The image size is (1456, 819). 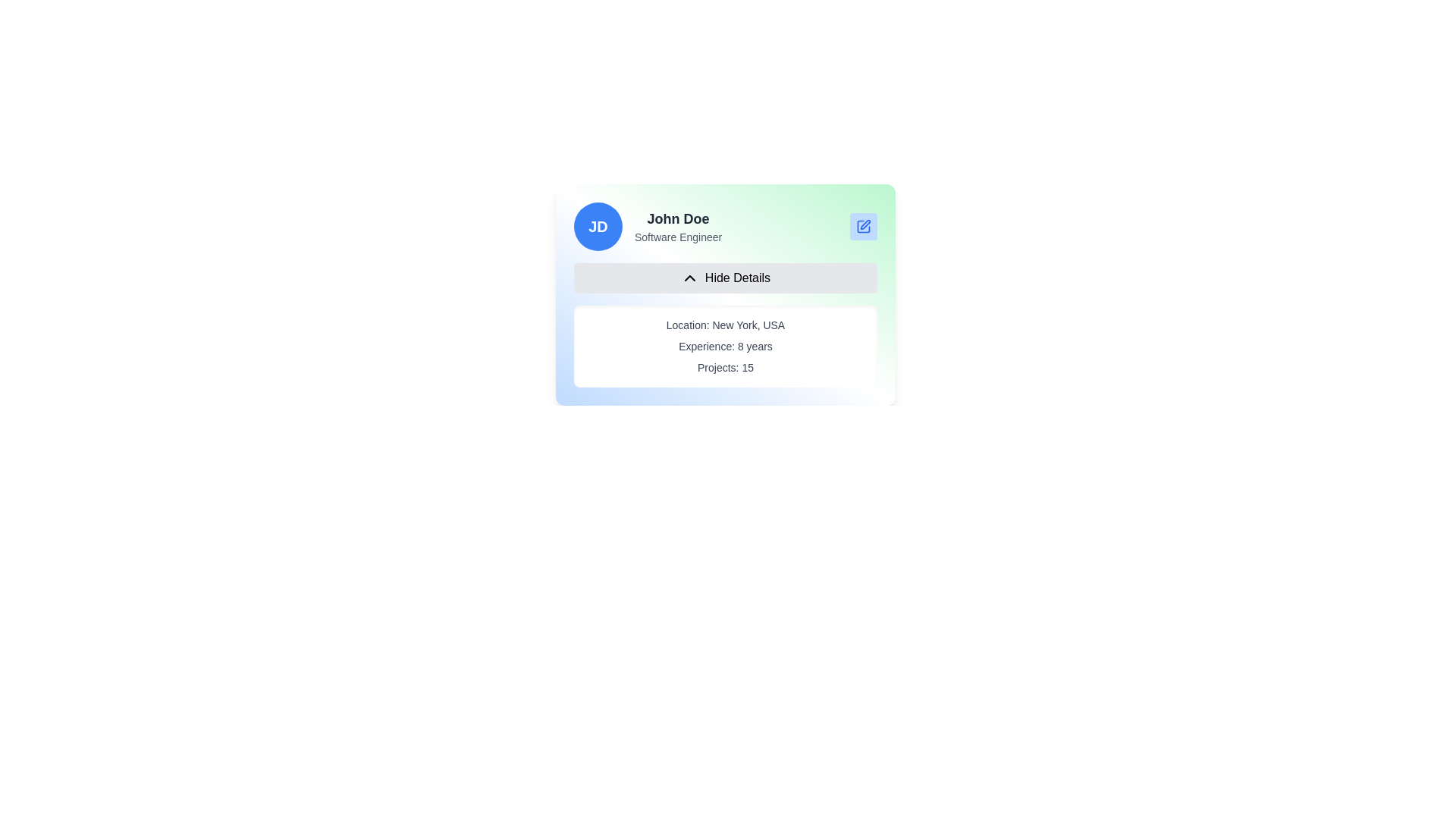 I want to click on the edit button with a light blue background and pen icon located at the far right side of the user information card, so click(x=863, y=227).